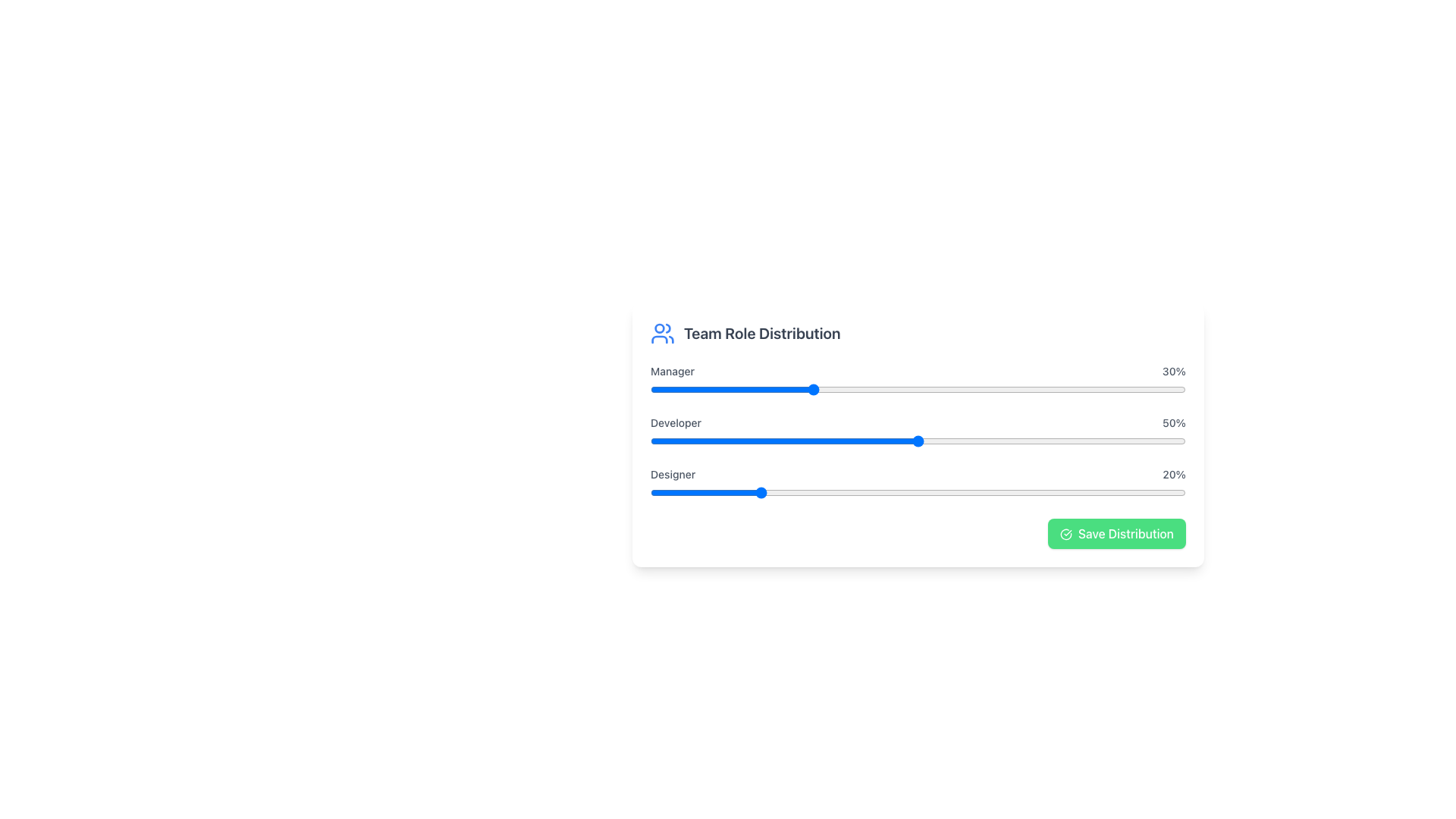 This screenshot has height=819, width=1456. Describe the element at coordinates (1065, 534) in the screenshot. I see `the circular checkmark icon with a green stroke located to the left of the 'Save Distribution' button text in the bottom-right corner of the card interface` at that location.